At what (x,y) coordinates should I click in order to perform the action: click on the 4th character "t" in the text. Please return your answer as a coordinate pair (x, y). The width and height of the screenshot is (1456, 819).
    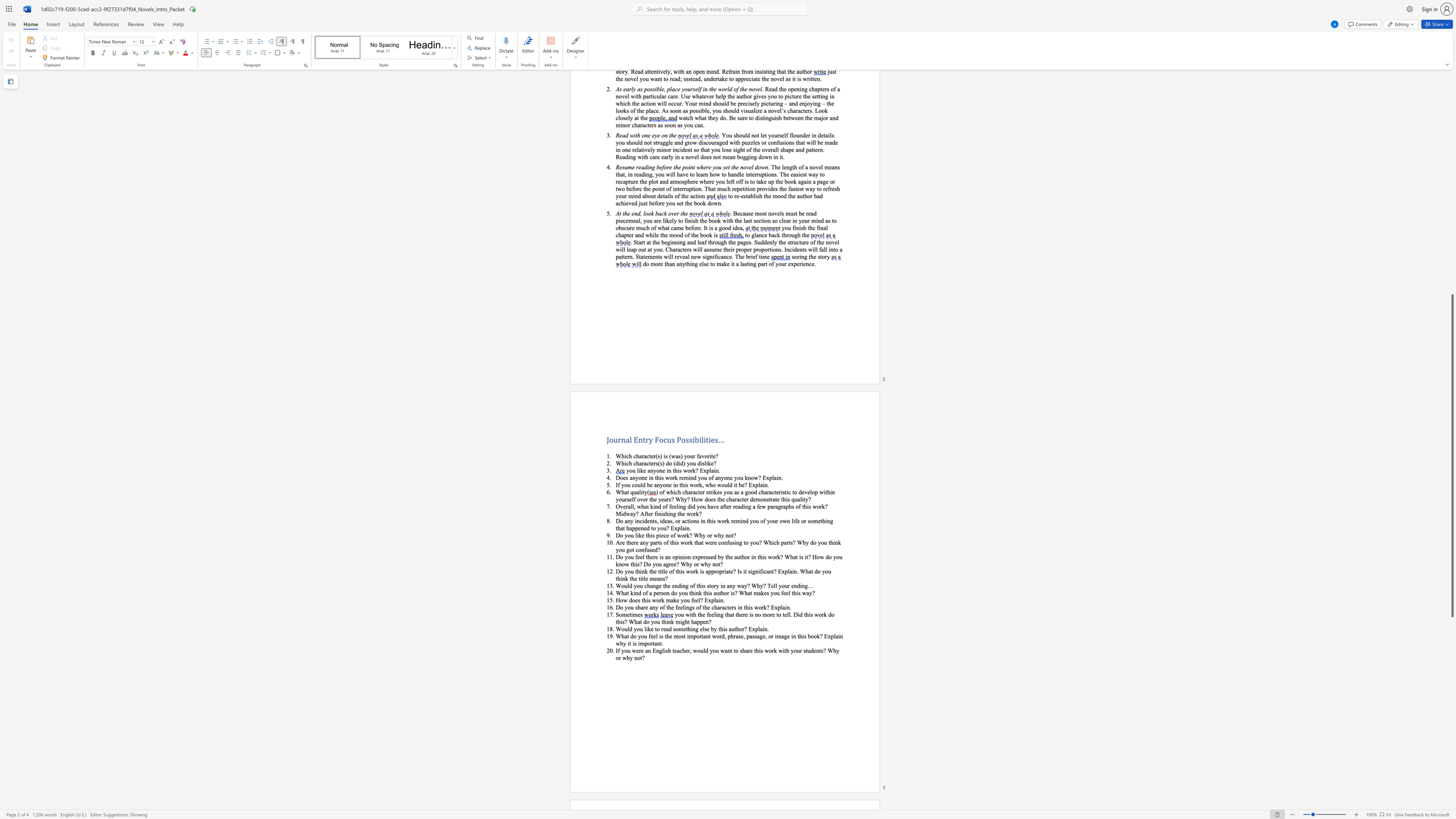
    Looking at the image, I should click on (735, 629).